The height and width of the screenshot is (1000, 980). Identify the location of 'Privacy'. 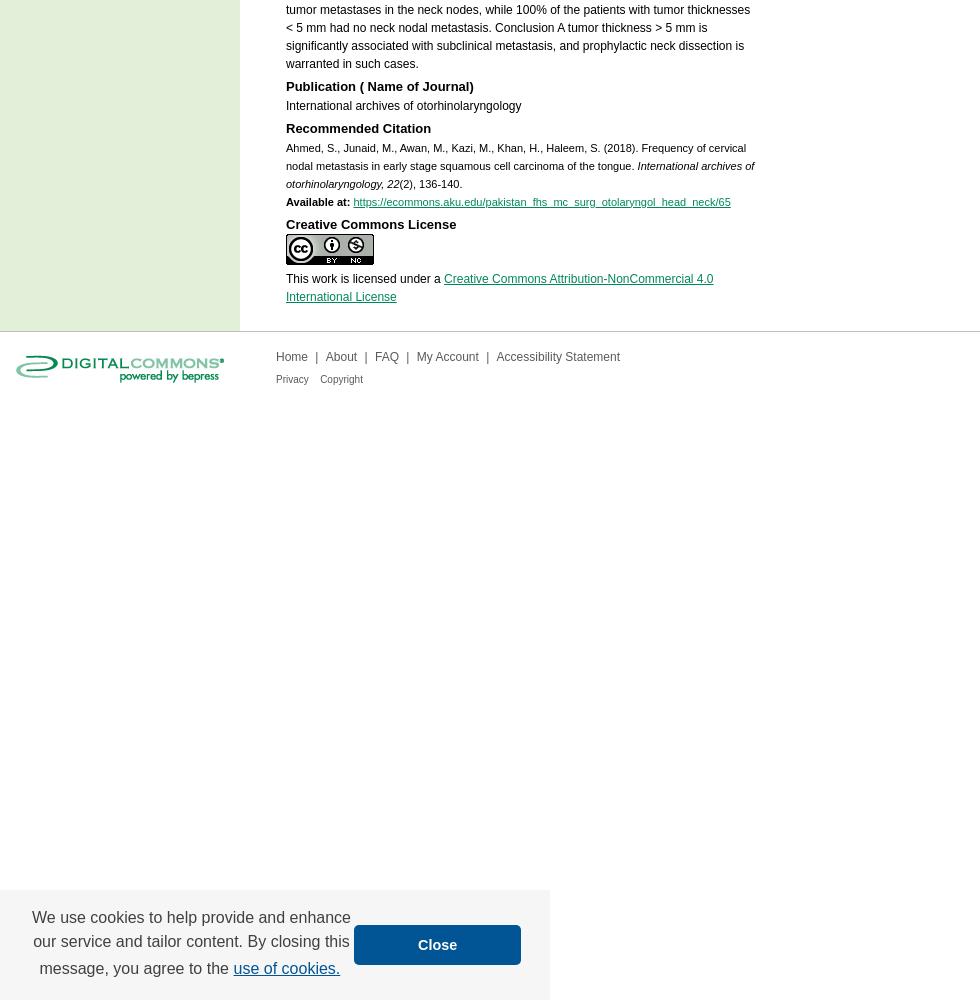
(292, 379).